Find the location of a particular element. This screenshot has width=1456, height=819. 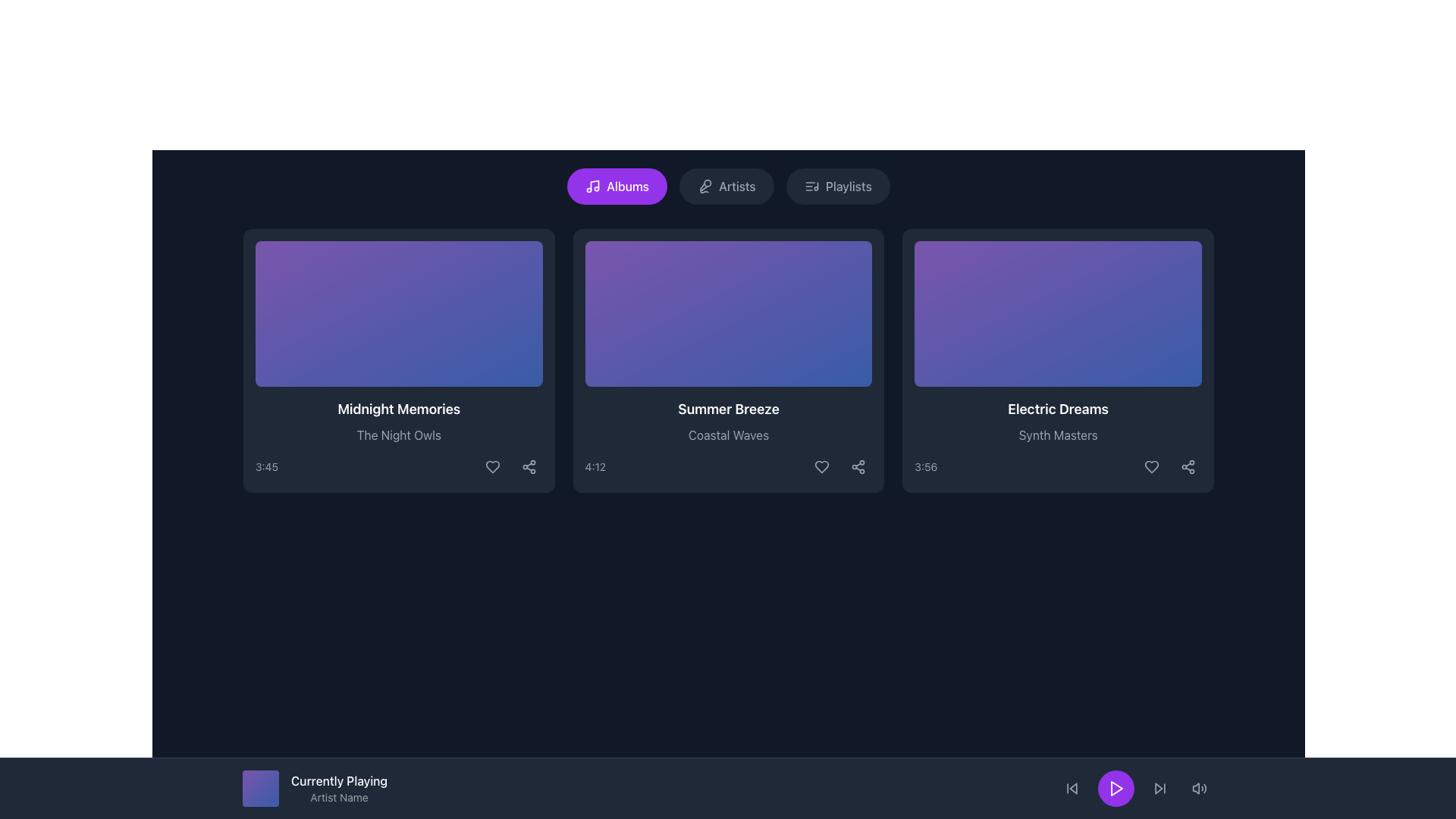

the first content card in the horizontal grid is located at coordinates (399, 360).